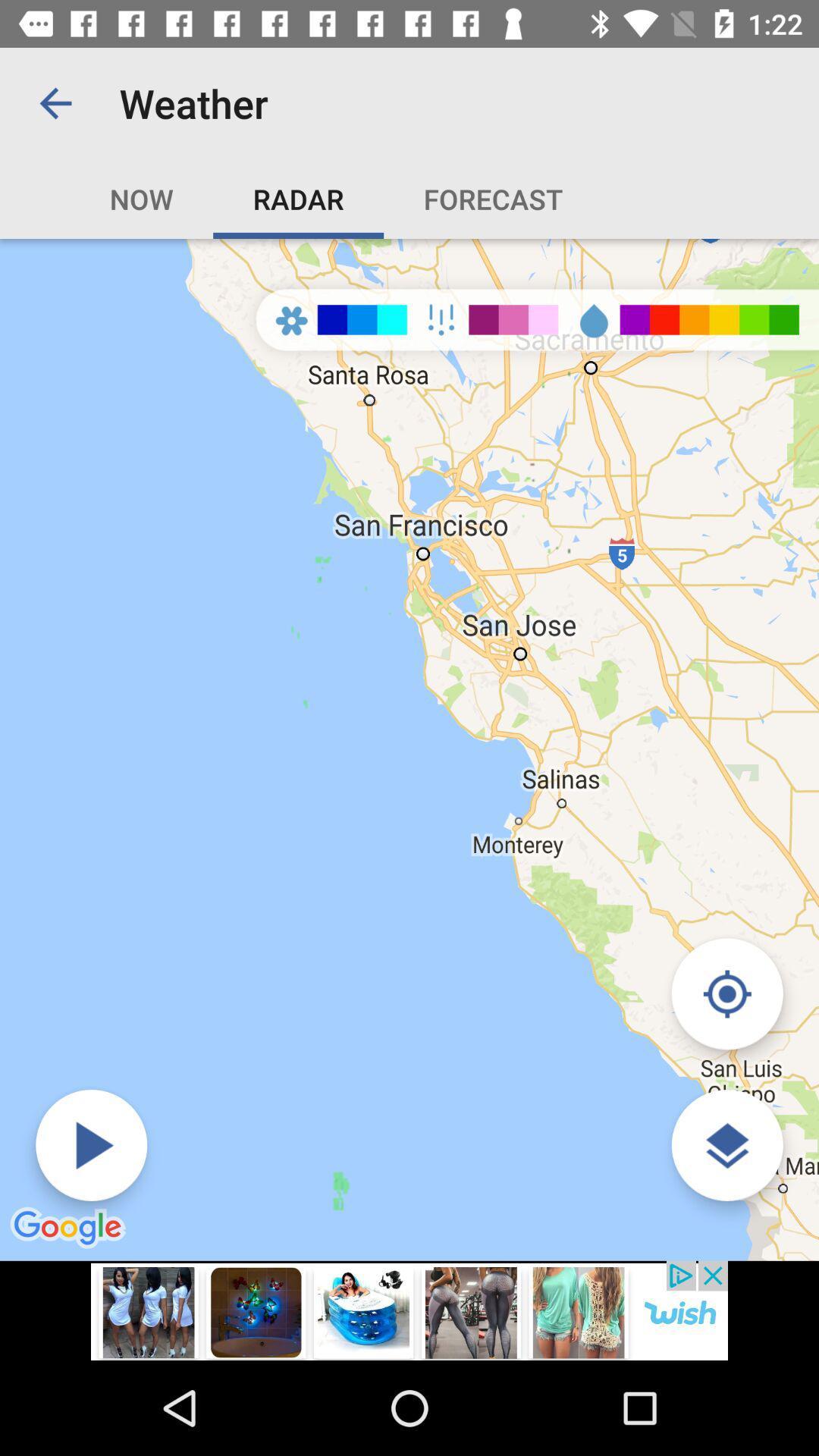 The height and width of the screenshot is (1456, 819). I want to click on the play icon, so click(91, 1145).